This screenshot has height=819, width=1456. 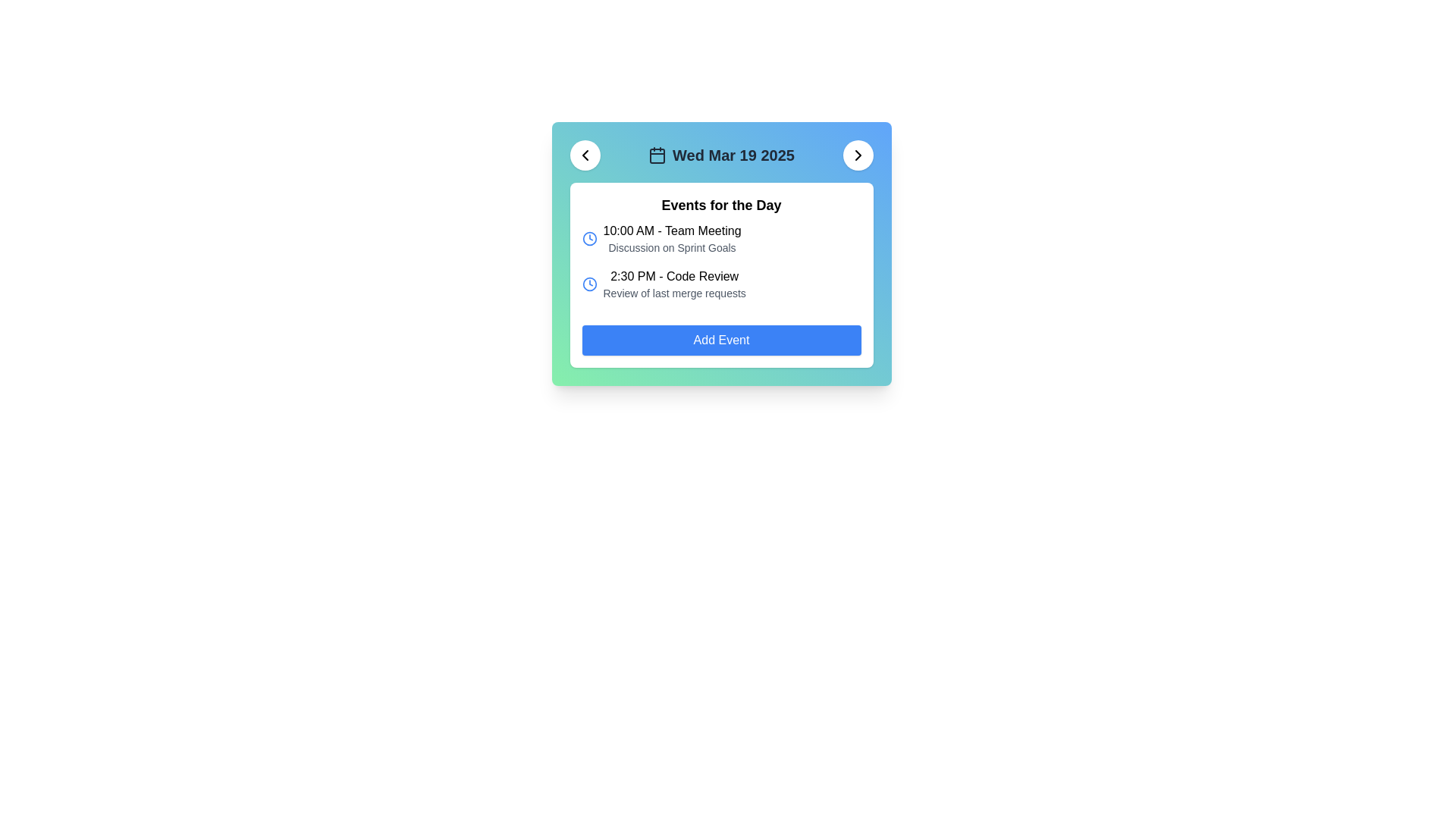 What do you see at coordinates (720, 155) in the screenshot?
I see `the date 'Wed Mar 19 2025'` at bounding box center [720, 155].